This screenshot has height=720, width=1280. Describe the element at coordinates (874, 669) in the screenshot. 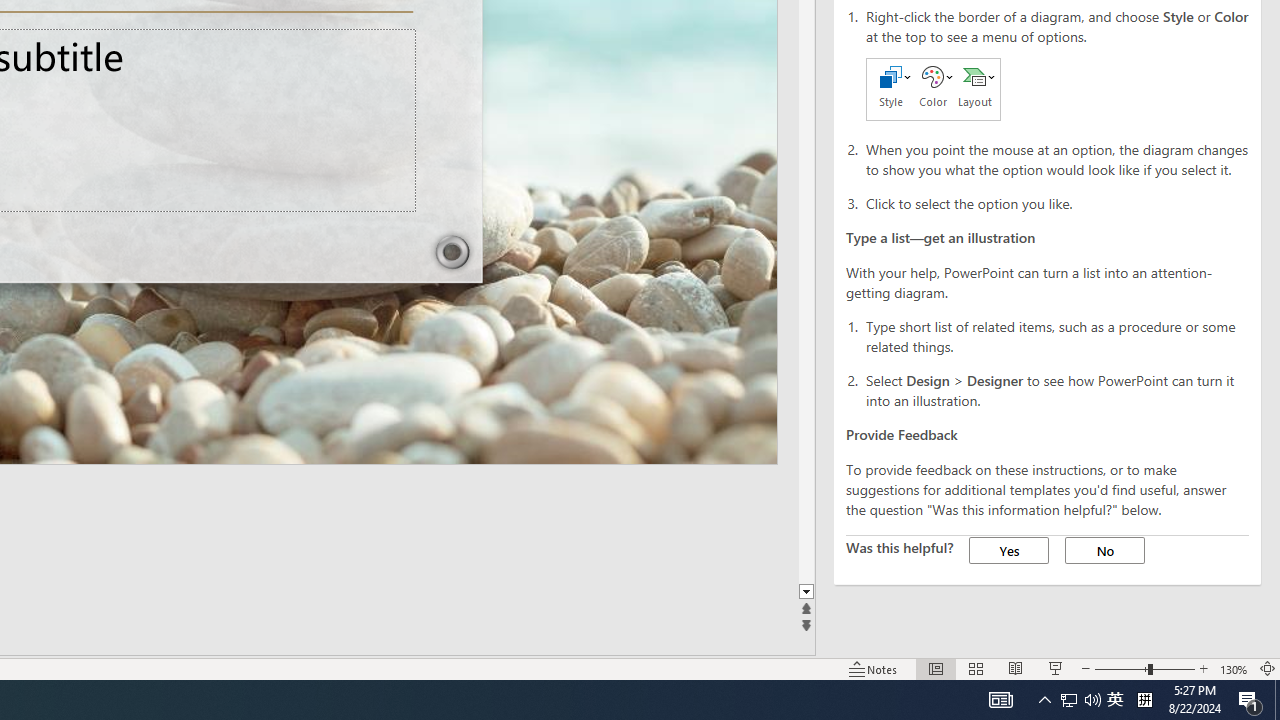

I see `'Notes '` at that location.